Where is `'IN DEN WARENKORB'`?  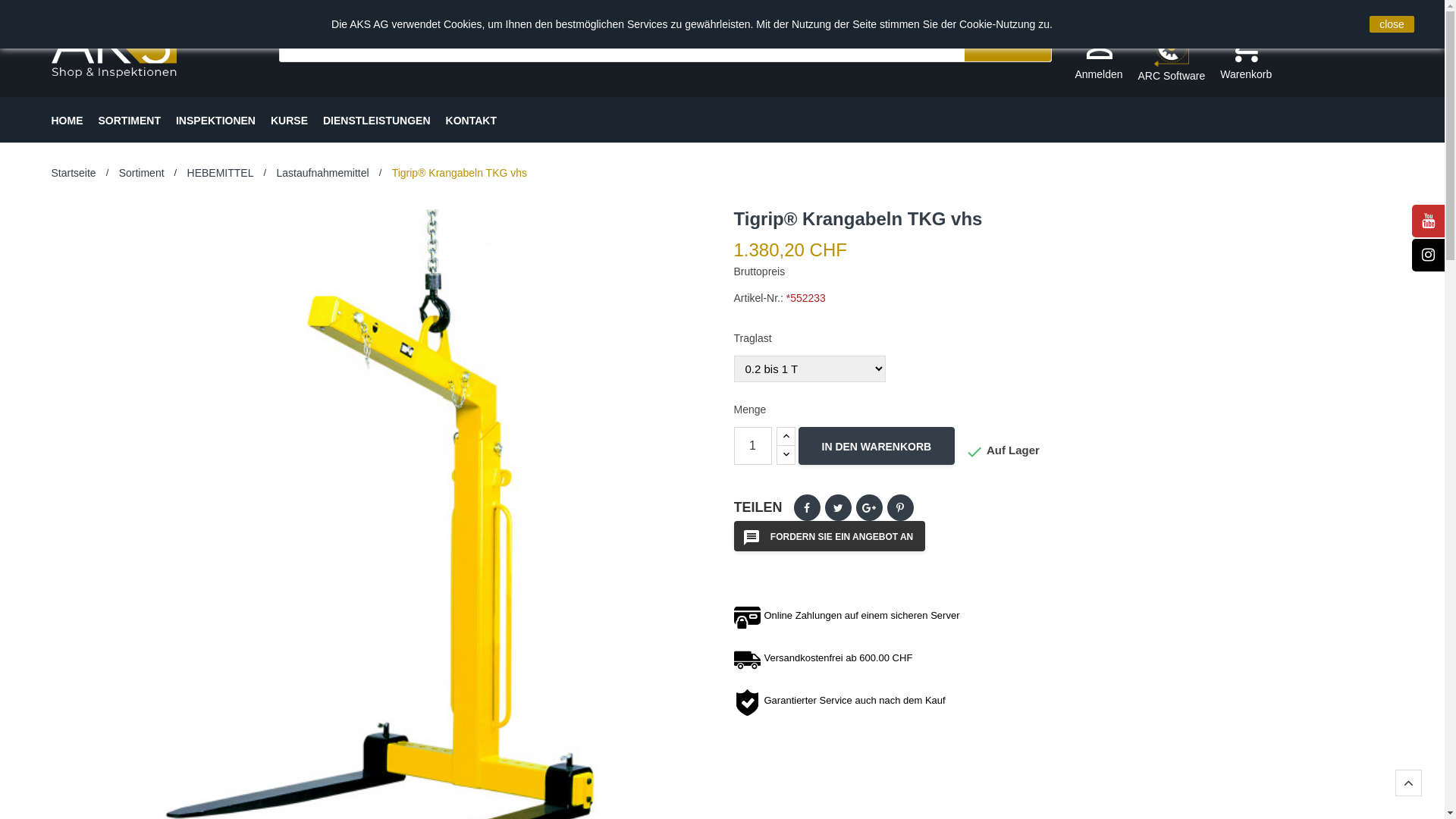
'IN DEN WARENKORB' is located at coordinates (876, 444).